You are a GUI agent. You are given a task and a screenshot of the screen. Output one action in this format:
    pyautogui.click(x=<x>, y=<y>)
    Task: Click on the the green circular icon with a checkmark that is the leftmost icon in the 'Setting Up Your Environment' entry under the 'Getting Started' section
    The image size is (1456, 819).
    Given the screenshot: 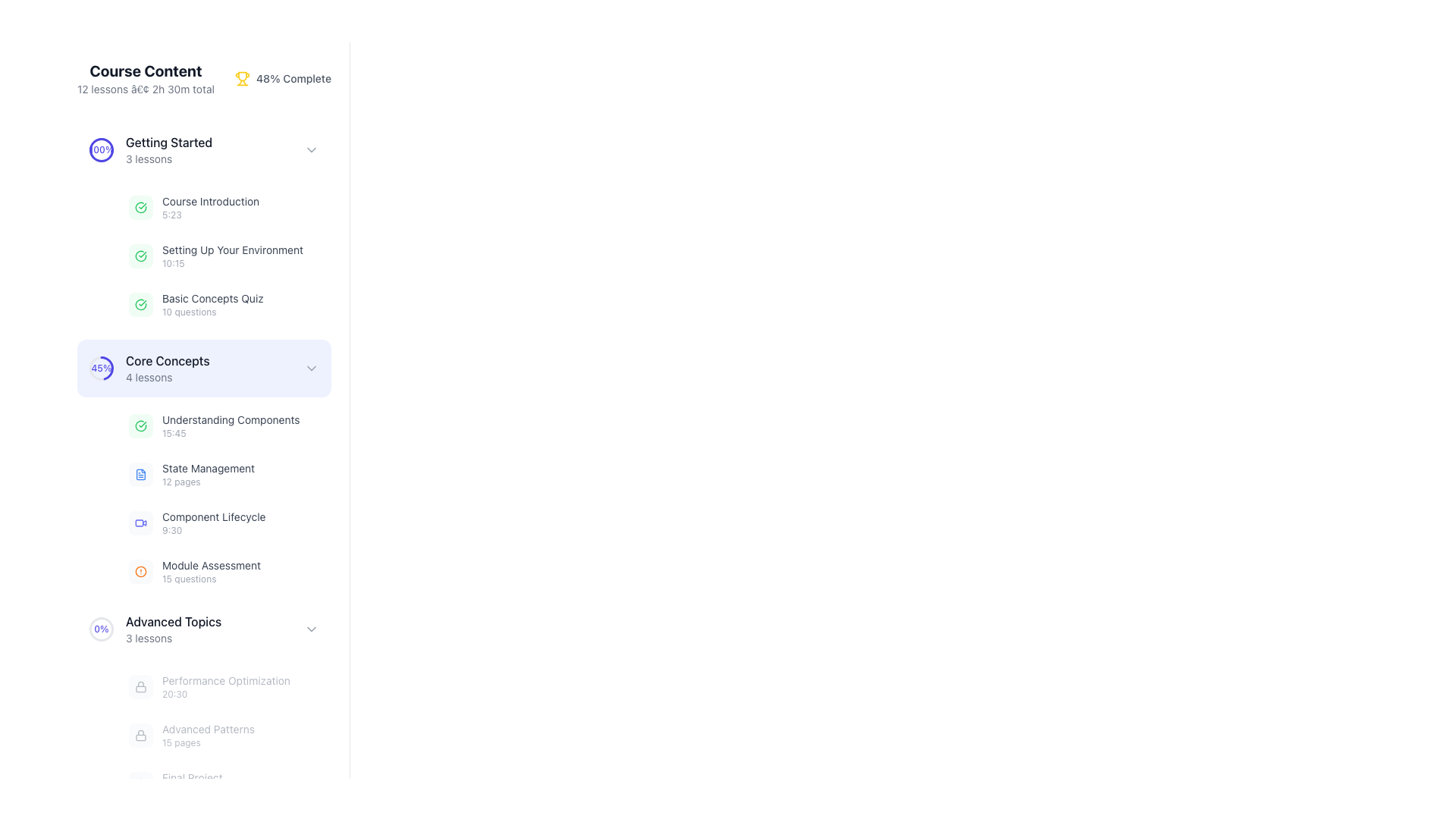 What is the action you would take?
    pyautogui.click(x=141, y=256)
    